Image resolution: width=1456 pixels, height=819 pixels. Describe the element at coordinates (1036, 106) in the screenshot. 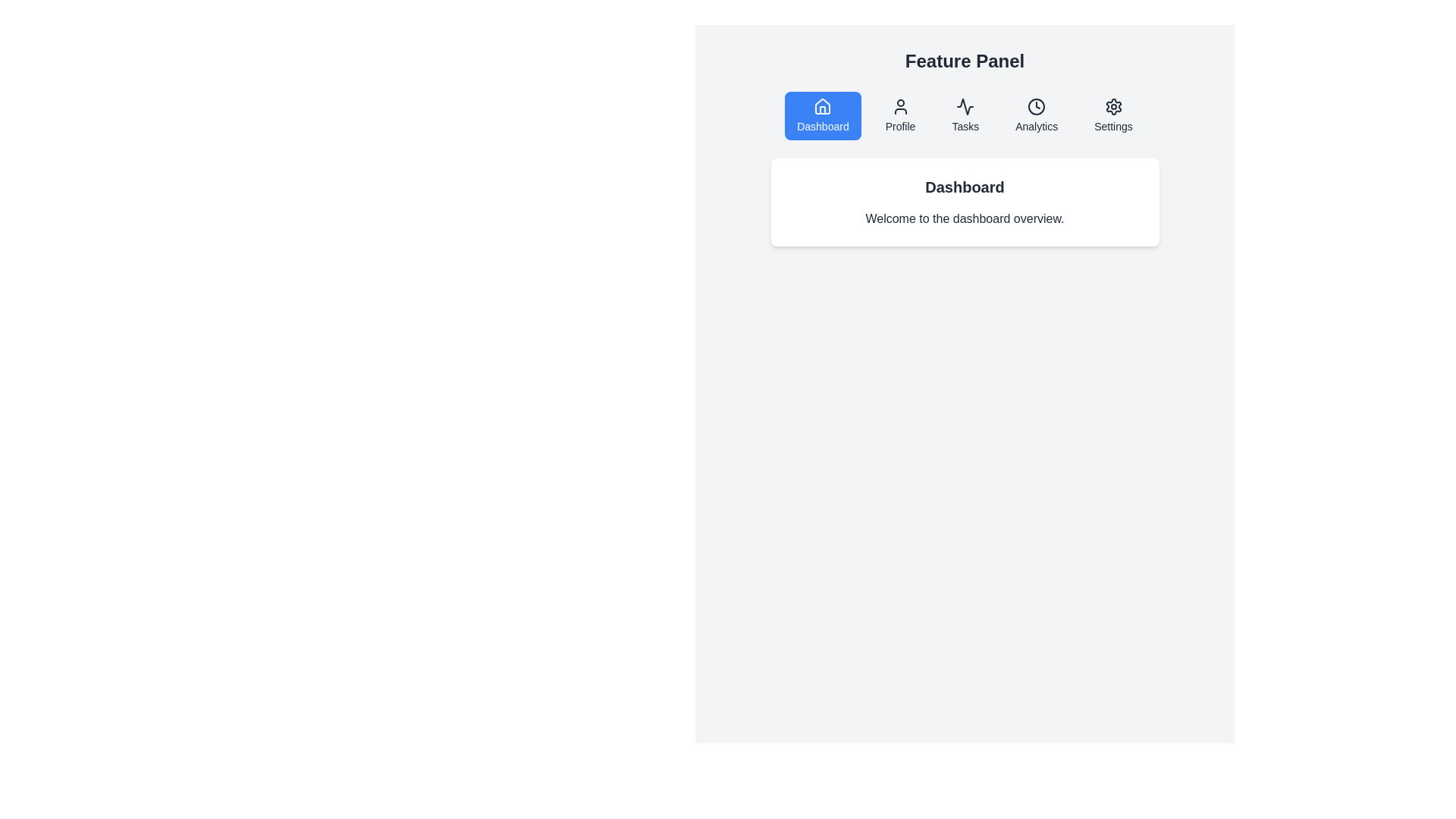

I see `the circular graphical component representing a clock outline in the 'Analytics' section of the top navigation bar` at that location.